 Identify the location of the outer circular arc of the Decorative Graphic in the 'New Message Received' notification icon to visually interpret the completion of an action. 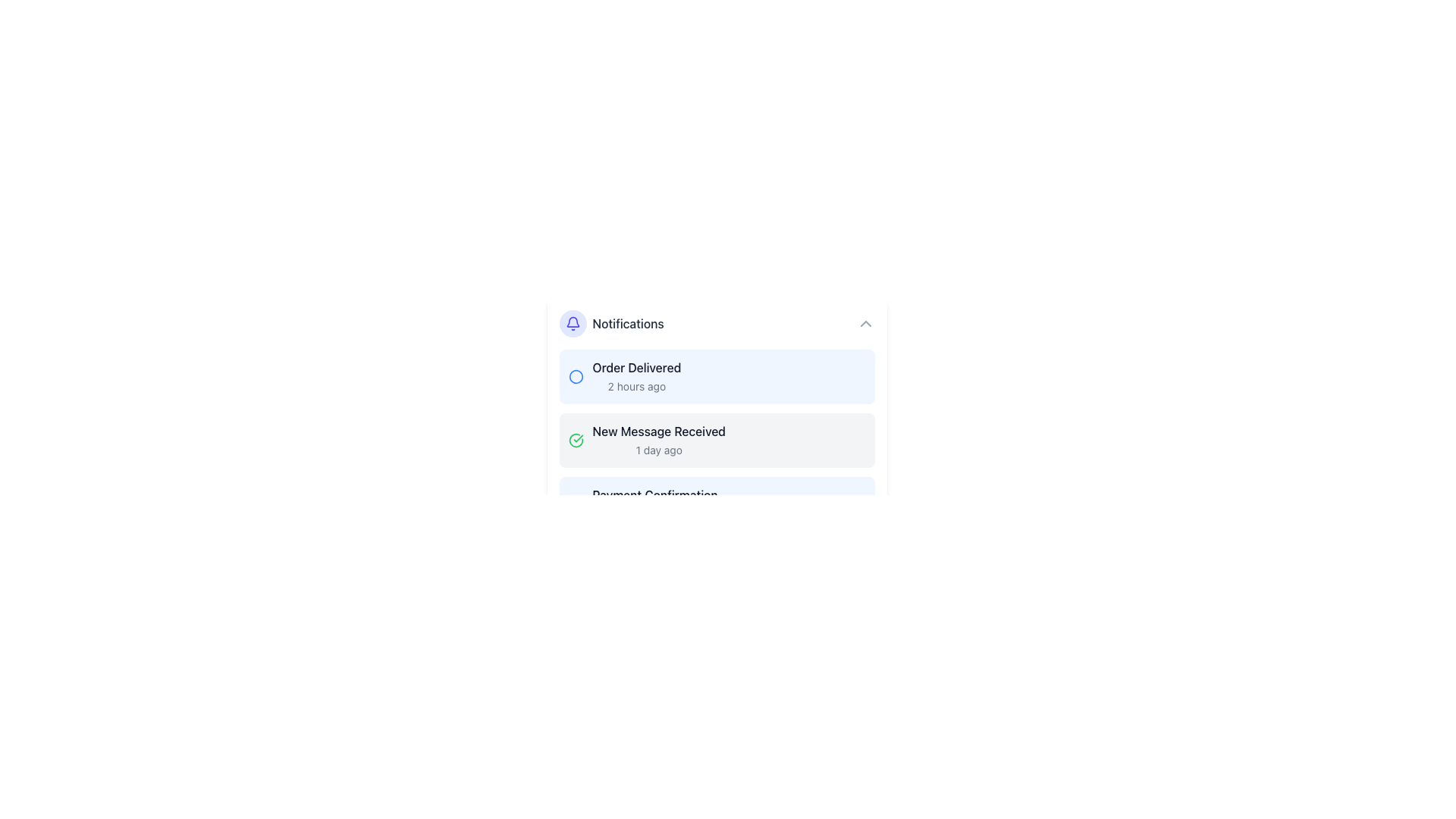
(575, 441).